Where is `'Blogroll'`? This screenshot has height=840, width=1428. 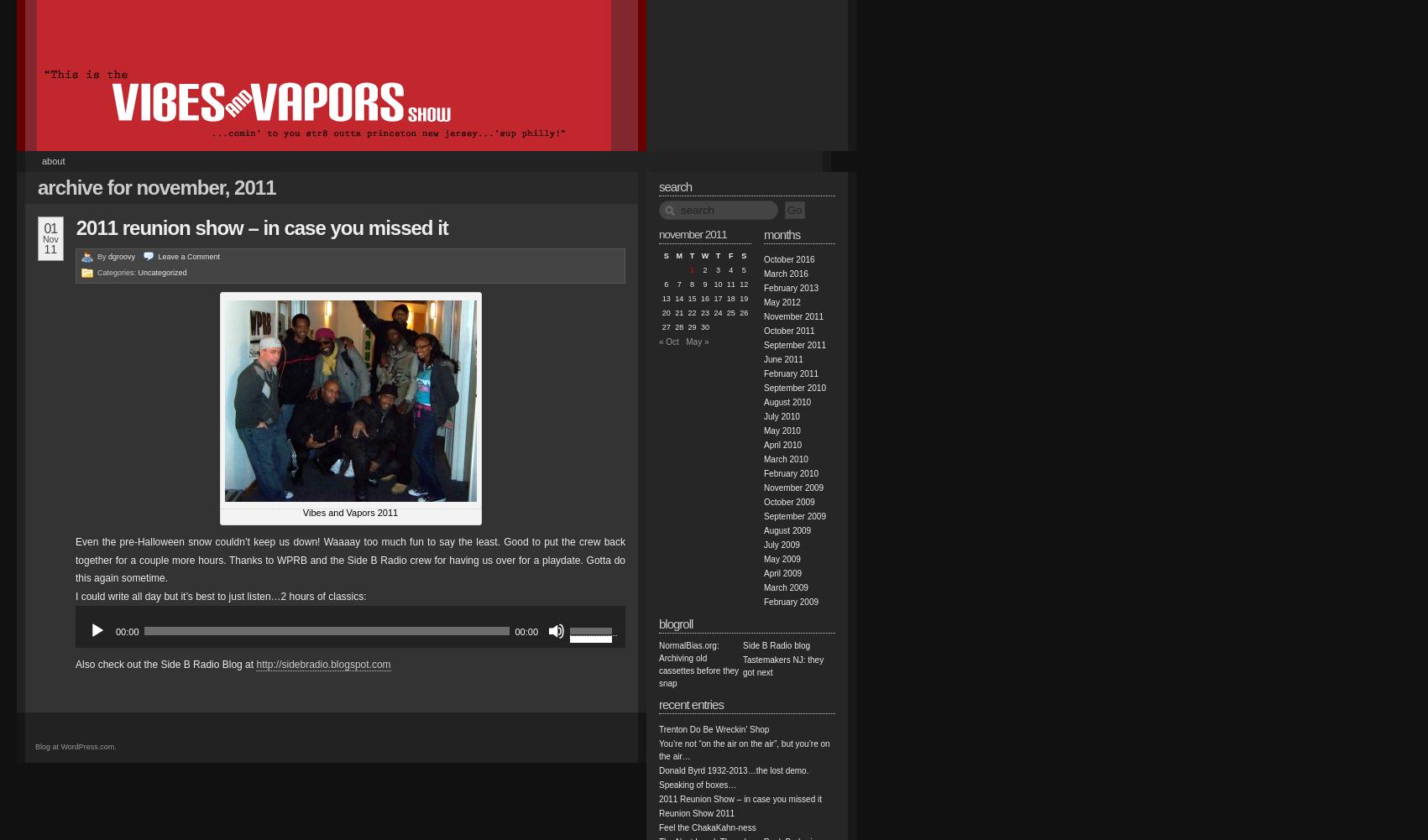 'Blogroll' is located at coordinates (676, 623).